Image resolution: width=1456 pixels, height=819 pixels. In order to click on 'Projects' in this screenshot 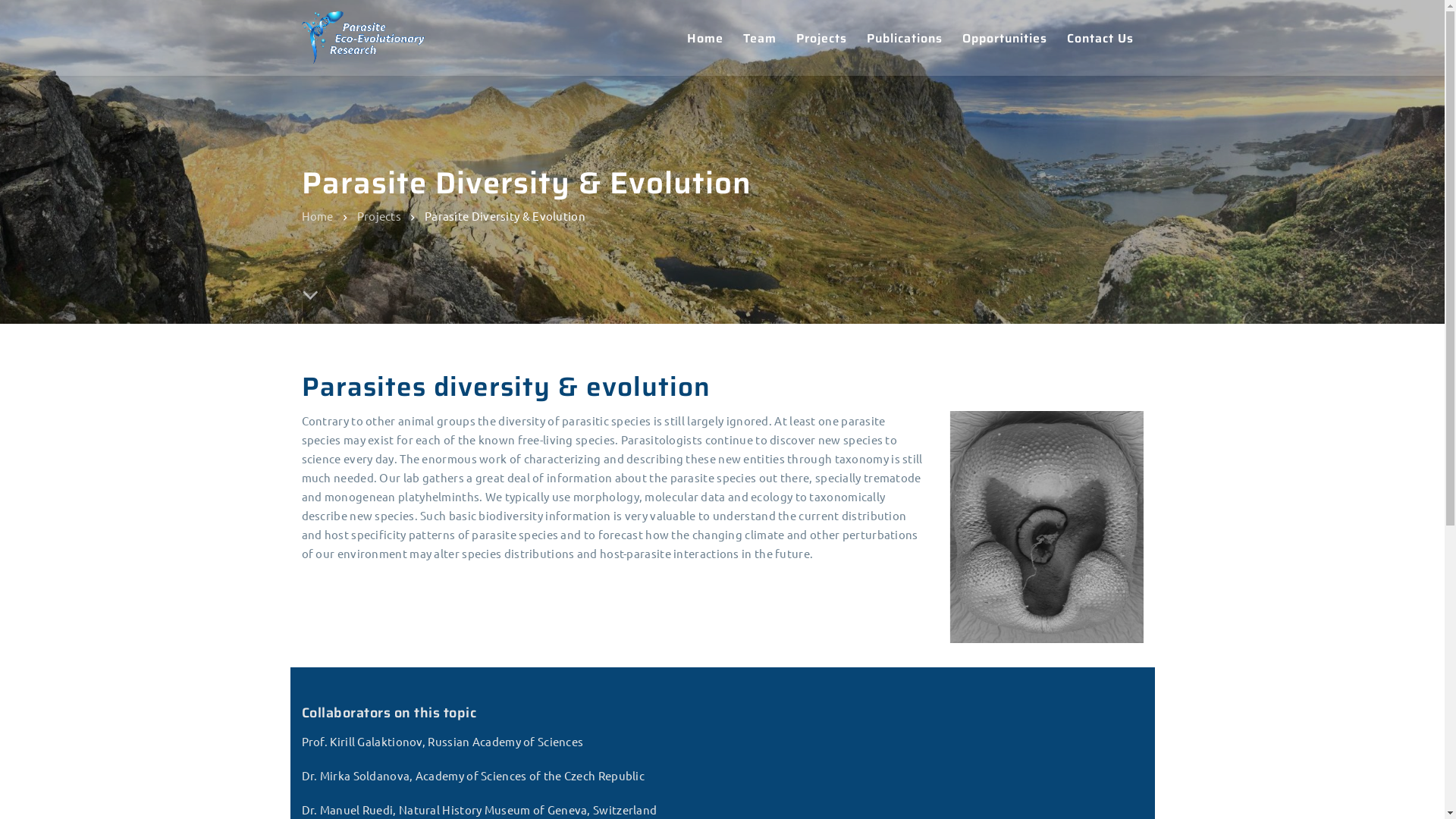, I will do `click(625, 625)`.